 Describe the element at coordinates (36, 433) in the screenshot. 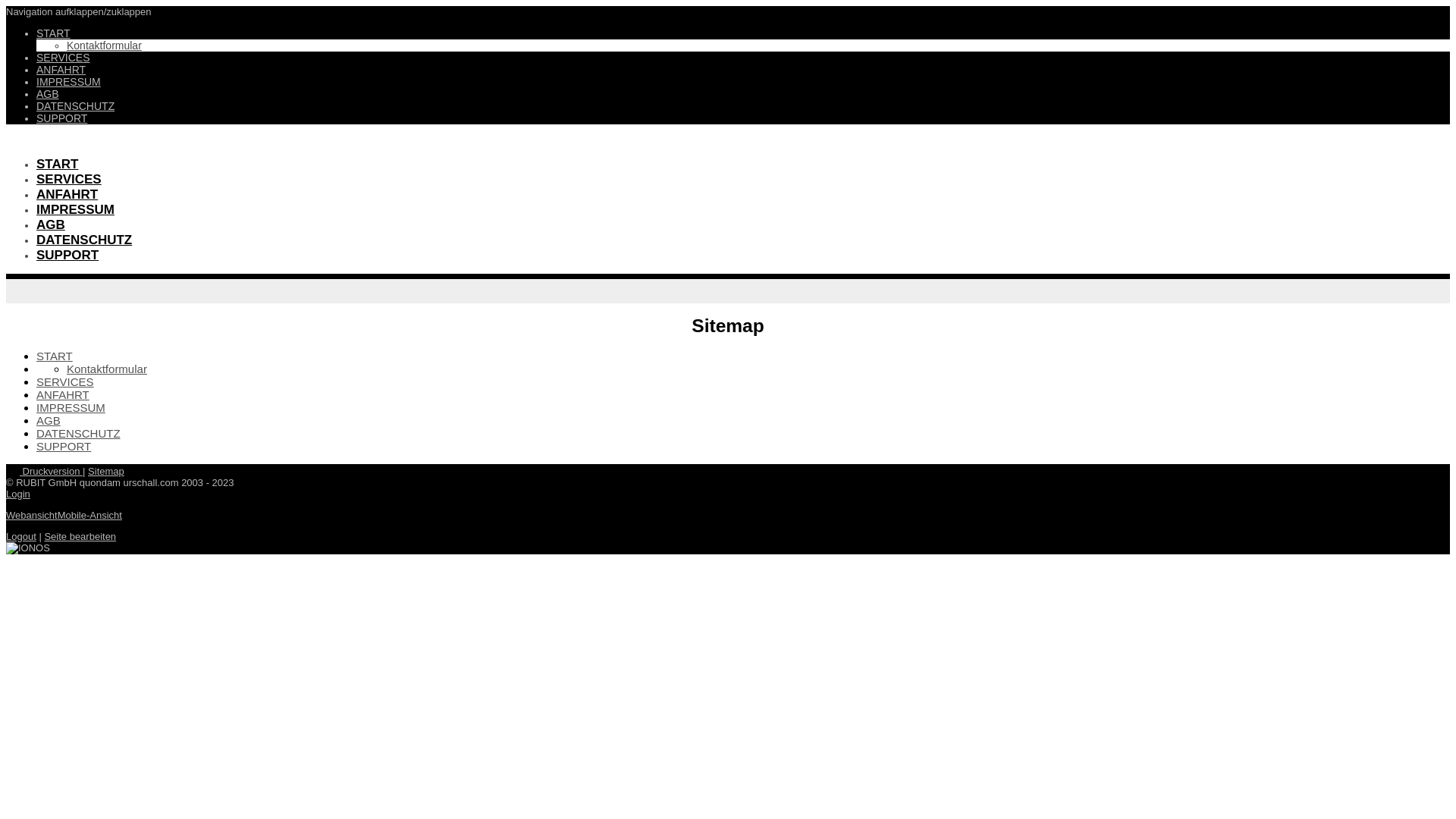

I see `'DATENSCHUTZ'` at that location.